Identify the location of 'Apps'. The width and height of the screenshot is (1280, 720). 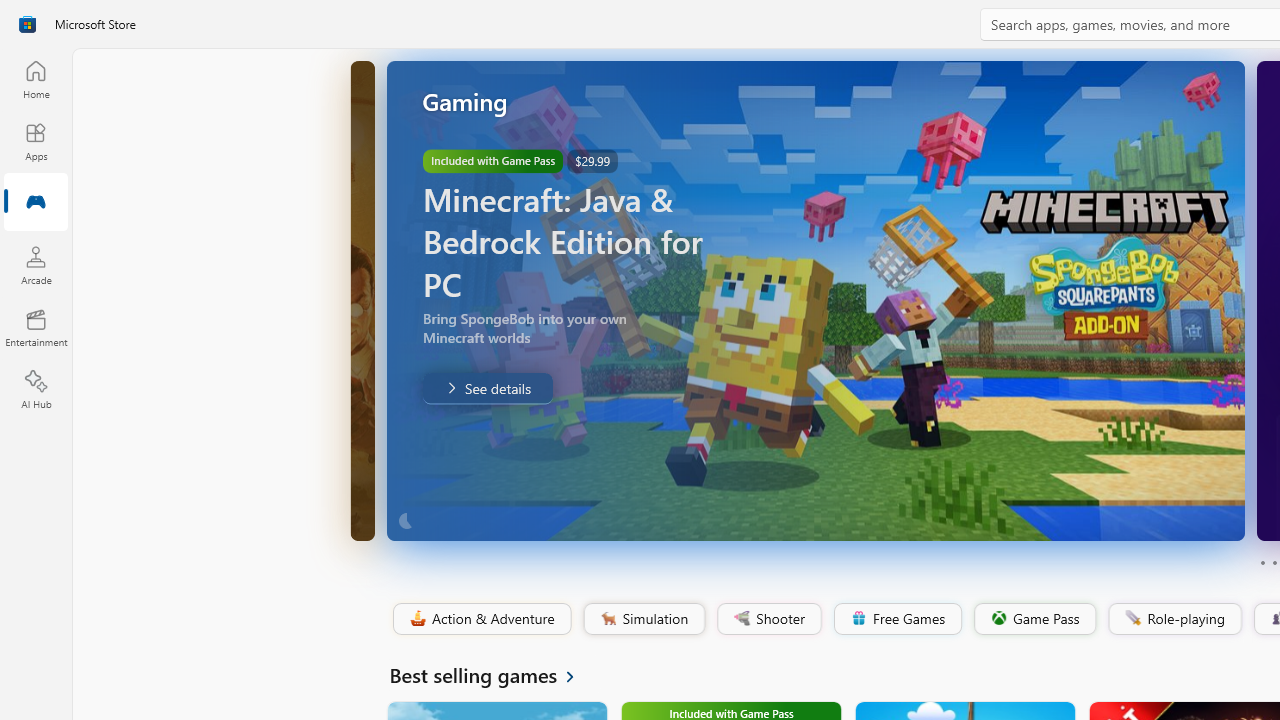
(35, 140).